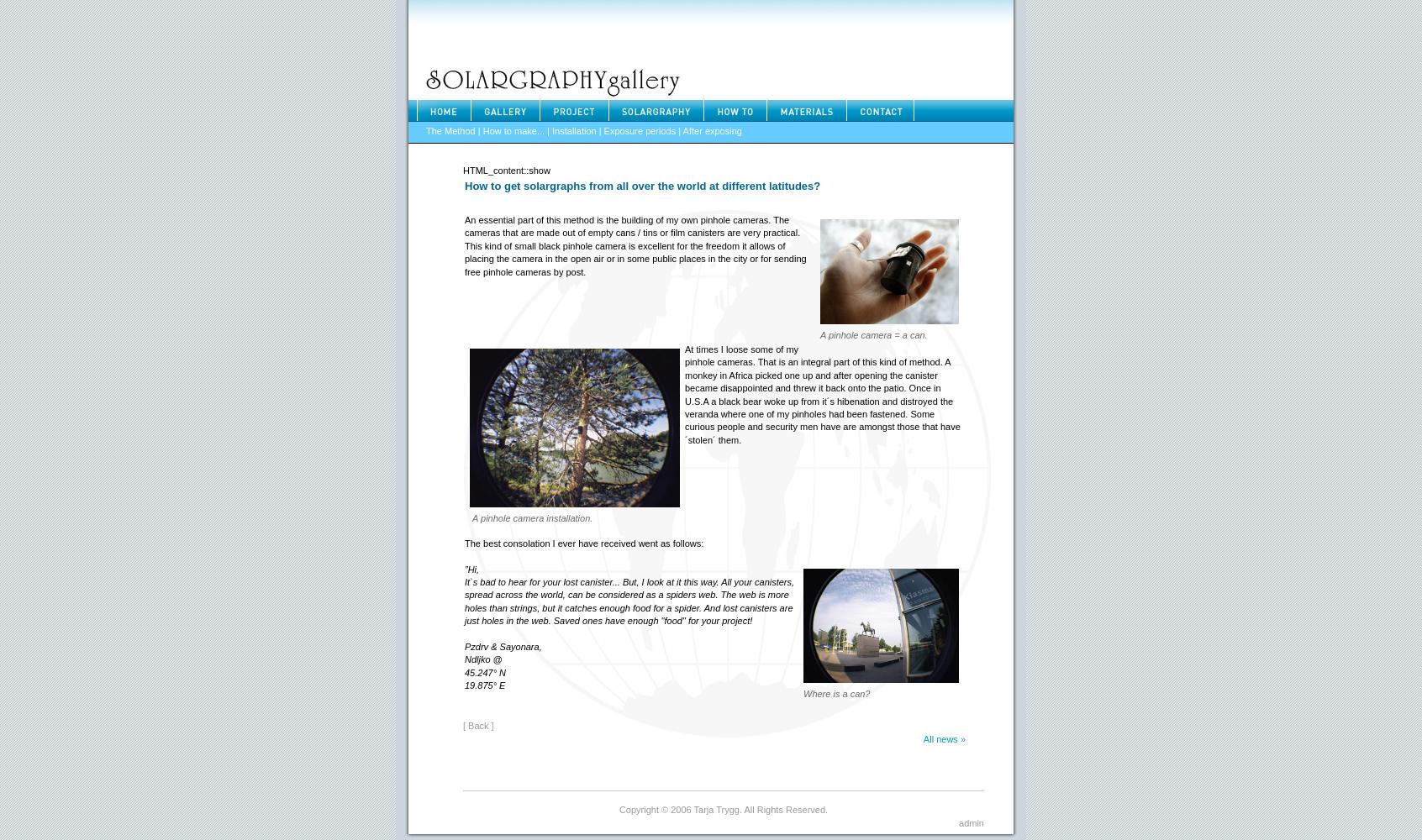 The width and height of the screenshot is (1422, 840). What do you see at coordinates (483, 685) in the screenshot?
I see `'19.875° E'` at bounding box center [483, 685].